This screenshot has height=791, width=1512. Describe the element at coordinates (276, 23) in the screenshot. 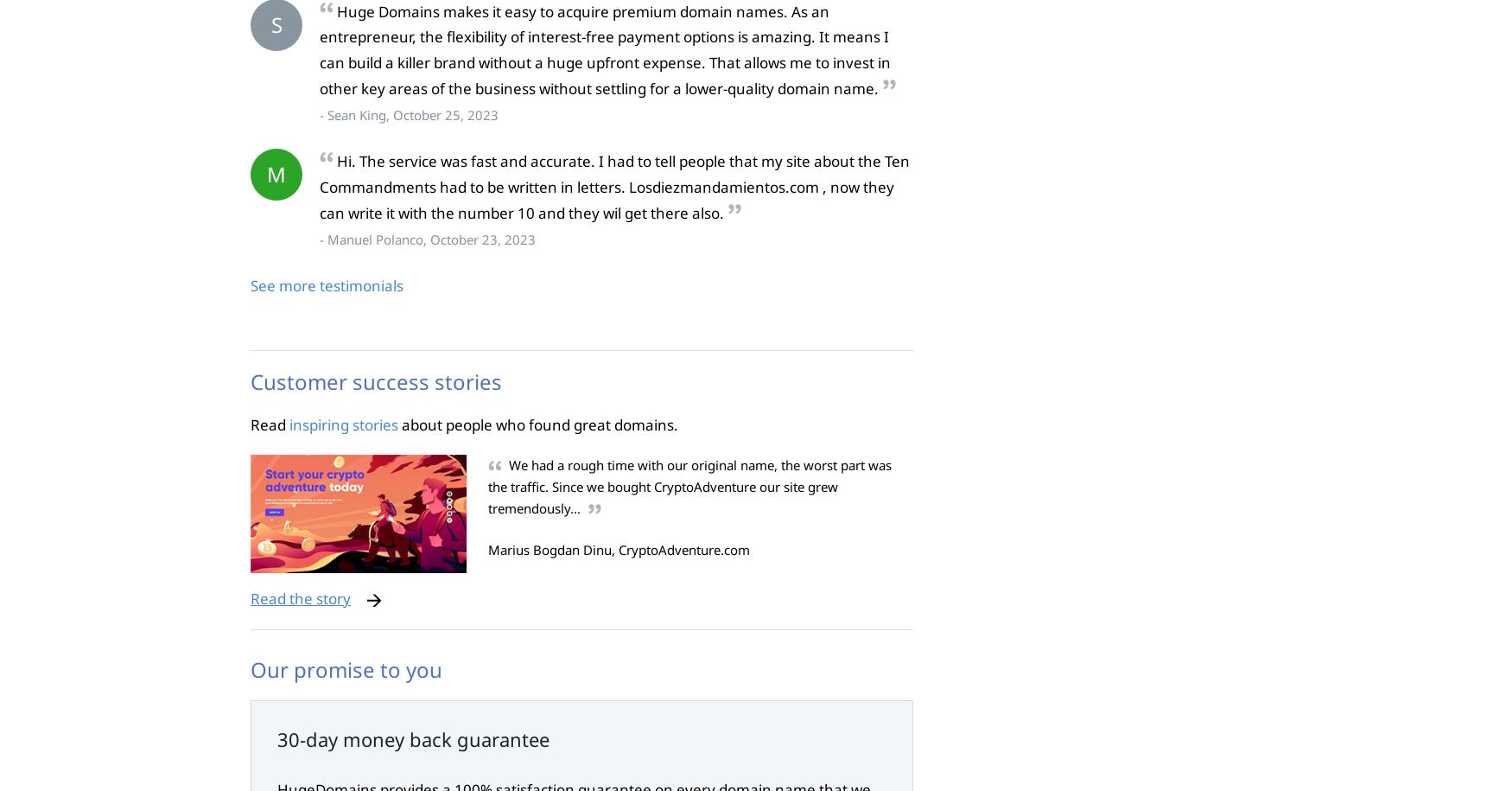

I see `'S'` at that location.